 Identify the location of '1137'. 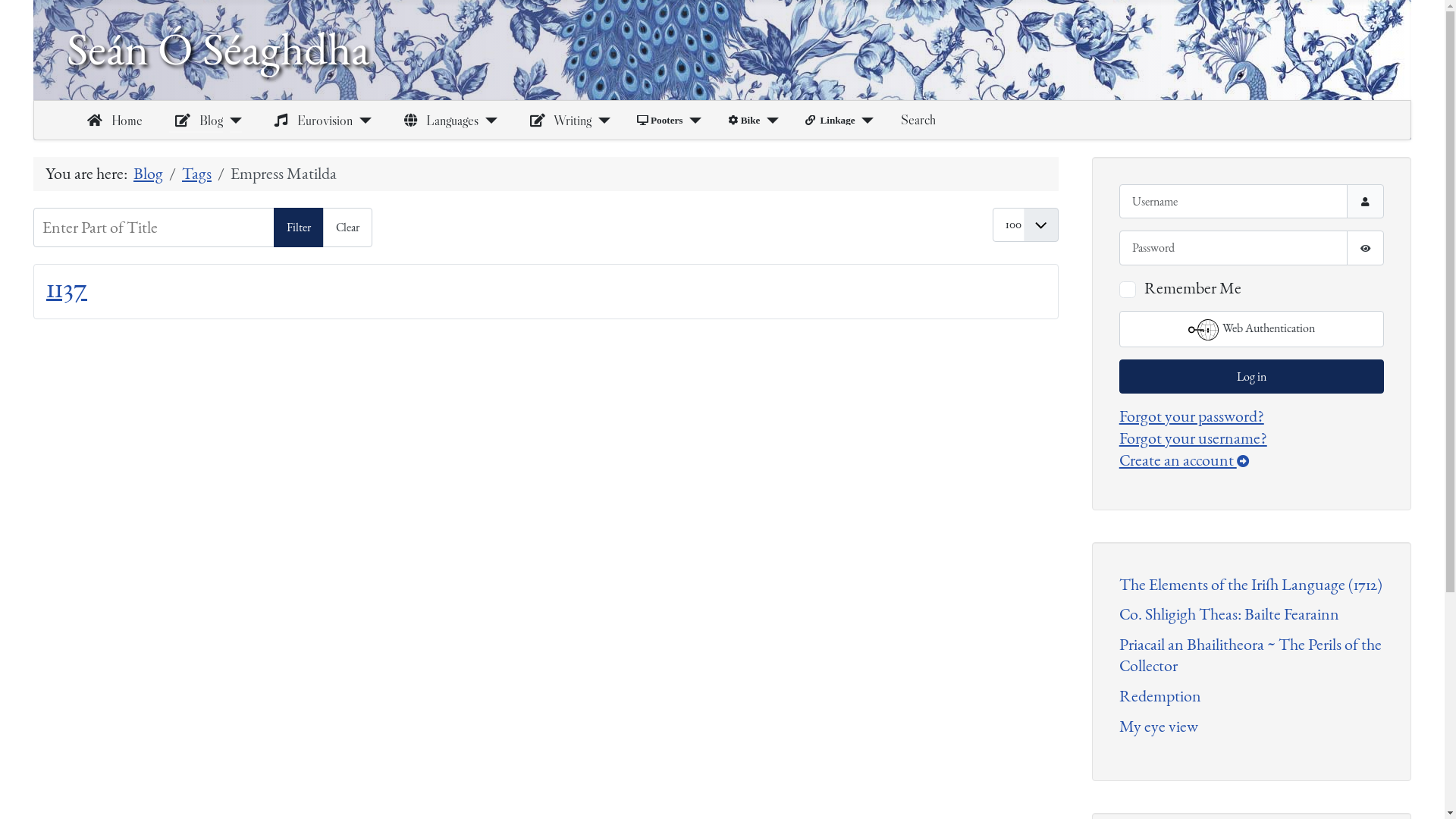
(65, 287).